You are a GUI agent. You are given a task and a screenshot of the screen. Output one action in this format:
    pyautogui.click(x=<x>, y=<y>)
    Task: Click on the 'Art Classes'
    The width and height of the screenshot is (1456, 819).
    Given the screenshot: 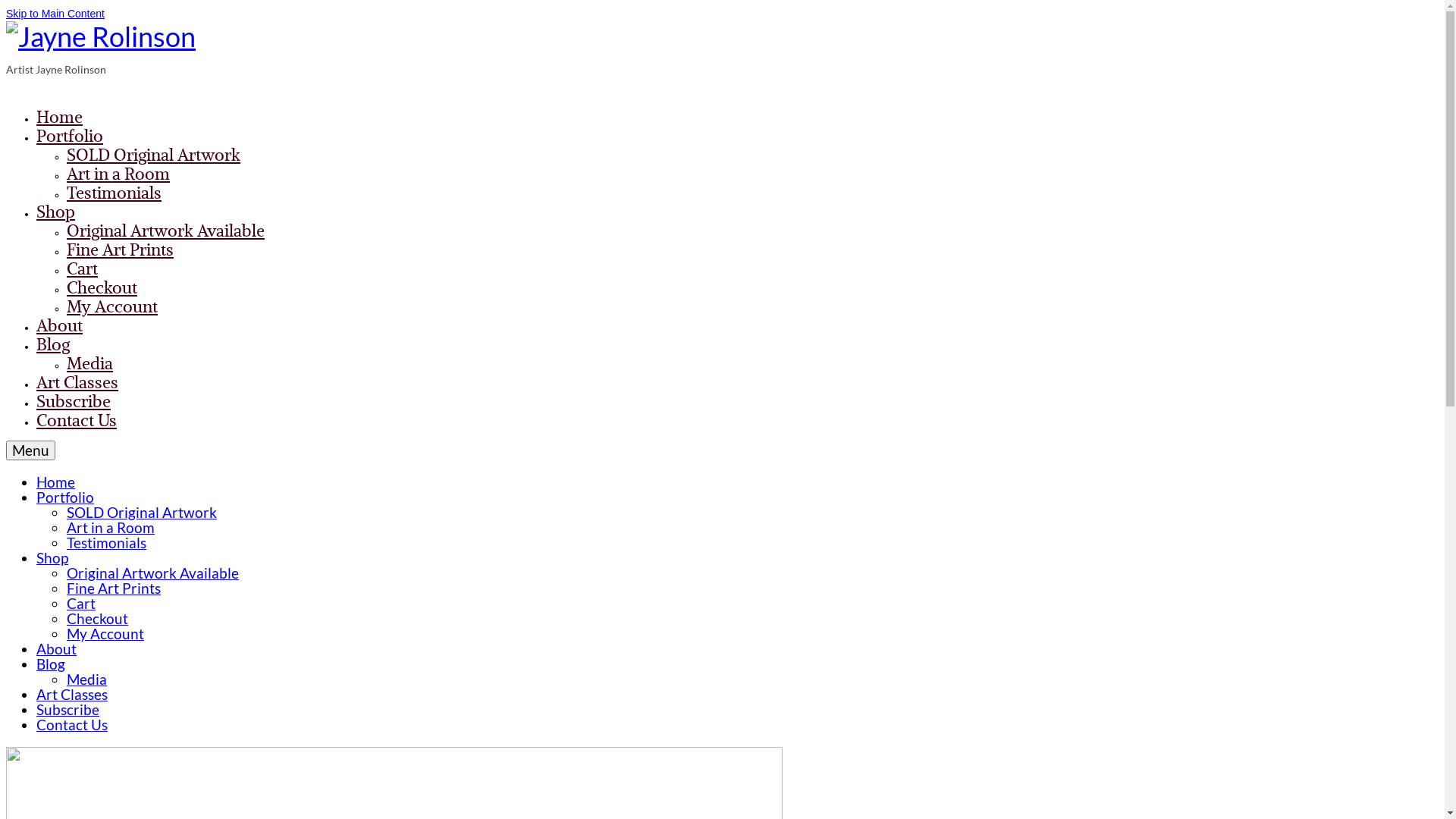 What is the action you would take?
    pyautogui.click(x=71, y=694)
    